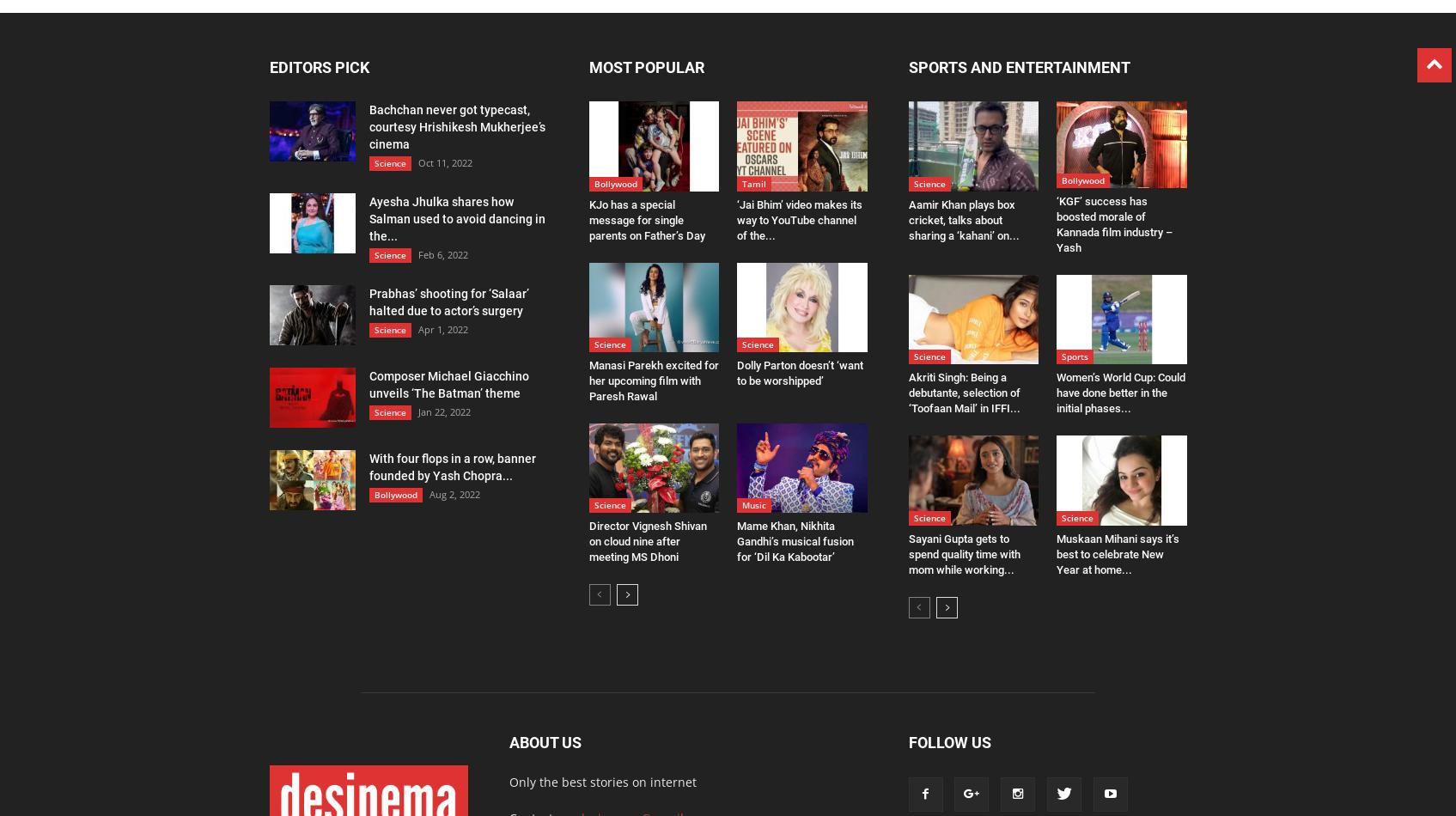 The height and width of the screenshot is (816, 1456). I want to click on 'ABOUT US', so click(543, 740).